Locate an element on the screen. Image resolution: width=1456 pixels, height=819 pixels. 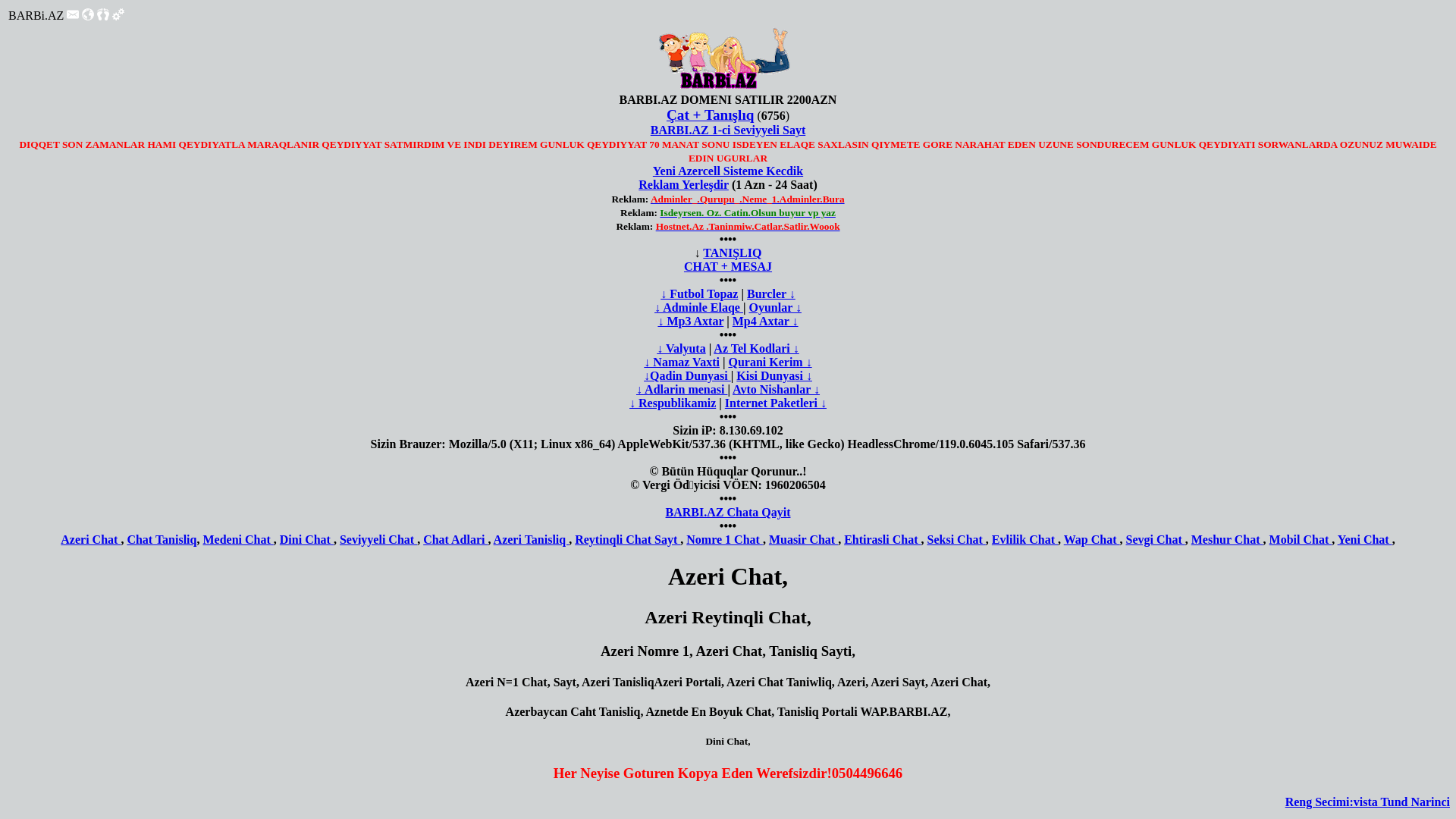
'Seksi Chat' is located at coordinates (955, 538).